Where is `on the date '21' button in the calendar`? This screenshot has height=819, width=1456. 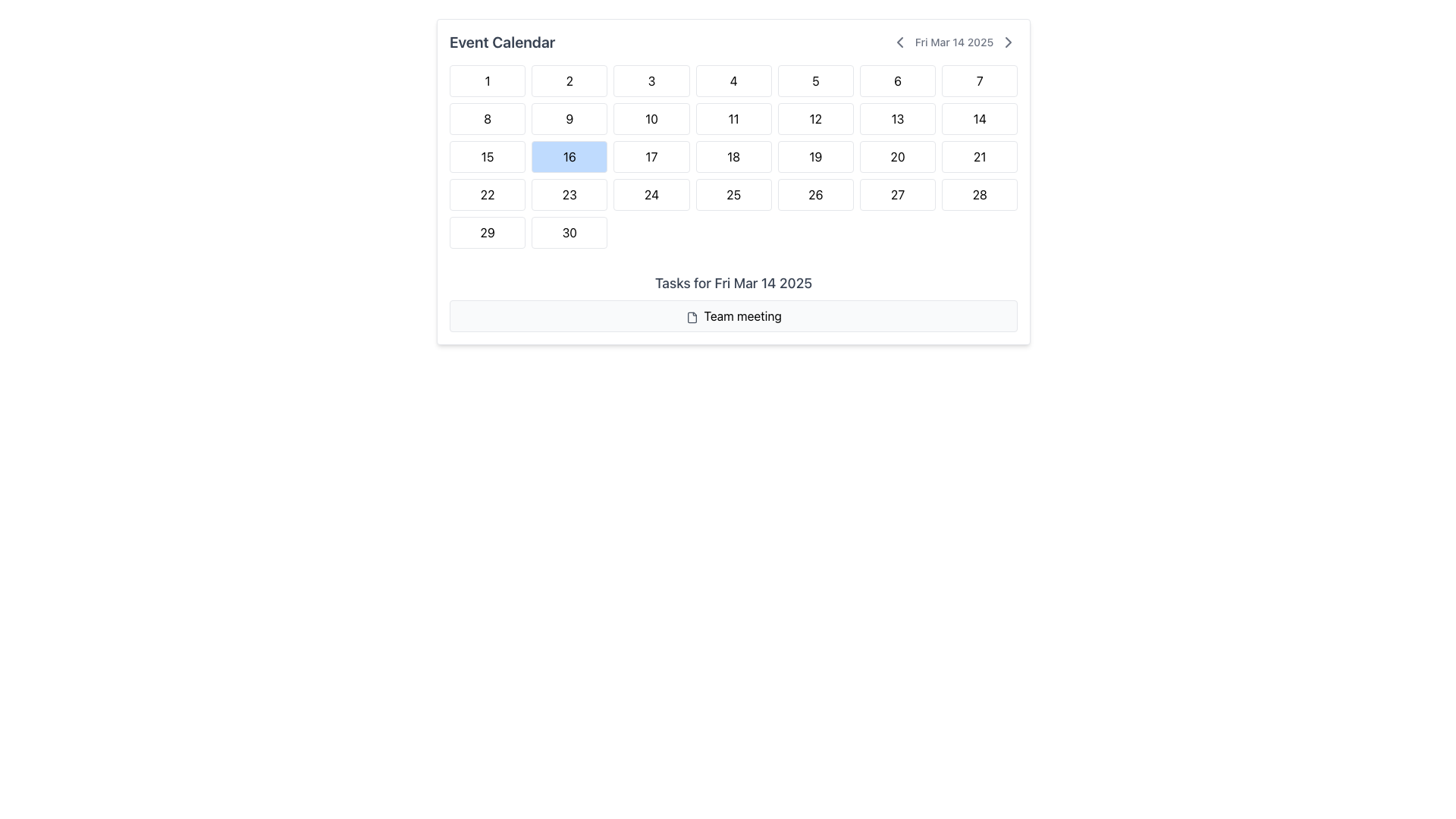 on the date '21' button in the calendar is located at coordinates (980, 157).